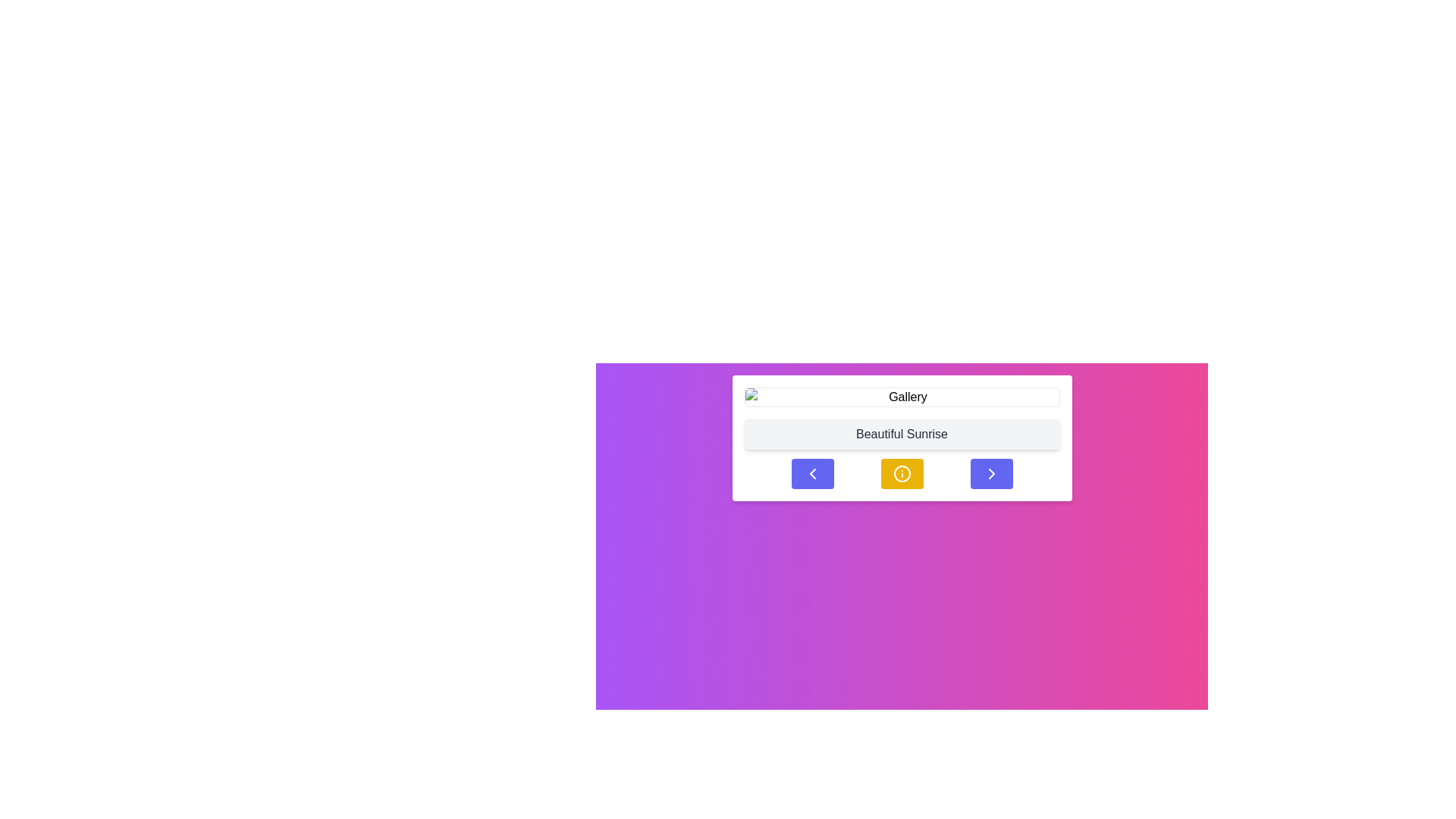  Describe the element at coordinates (811, 472) in the screenshot. I see `the left-facing chevron icon located at the top-left corner of the interface` at that location.